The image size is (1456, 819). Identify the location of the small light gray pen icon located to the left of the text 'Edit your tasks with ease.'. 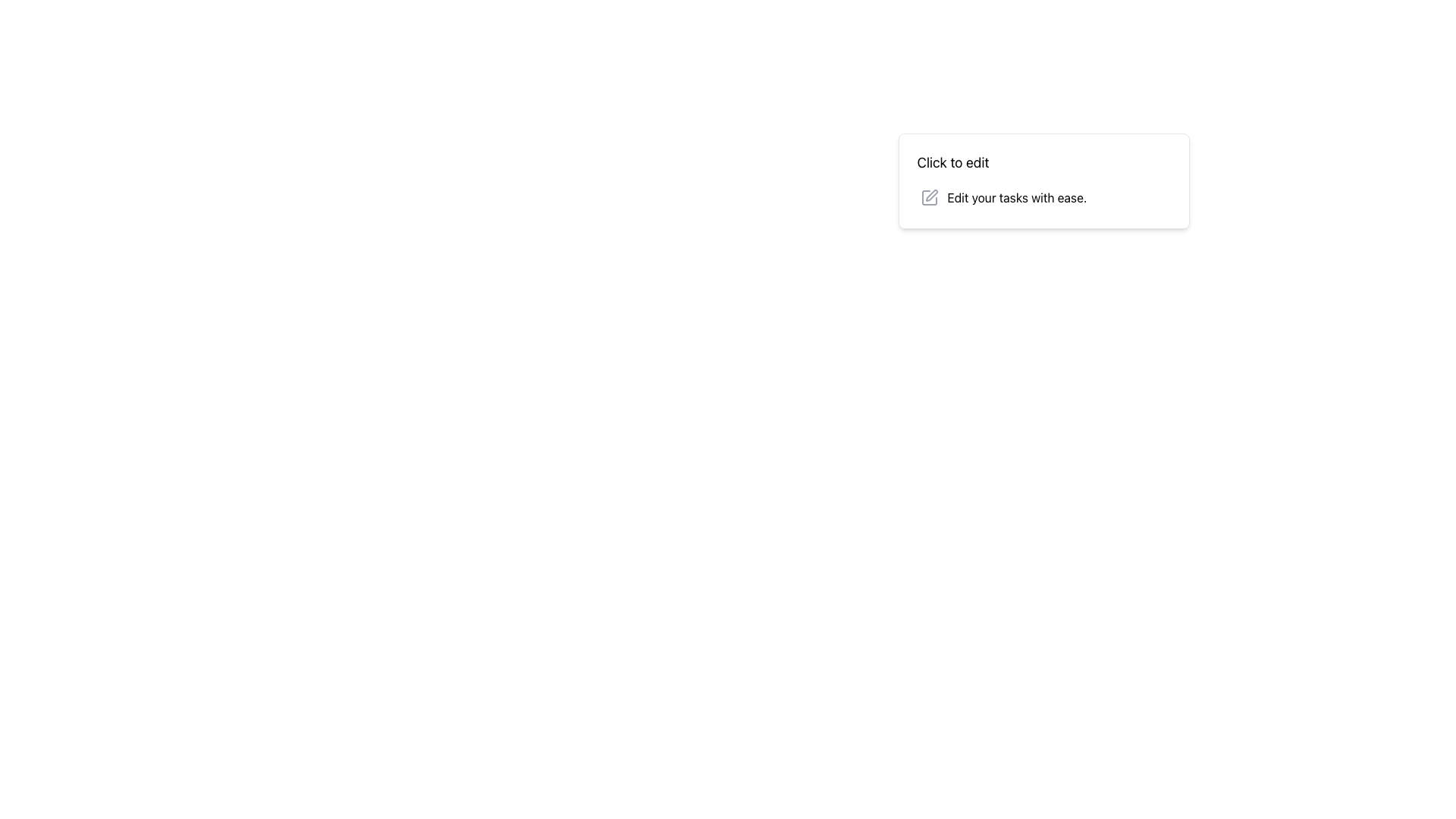
(928, 197).